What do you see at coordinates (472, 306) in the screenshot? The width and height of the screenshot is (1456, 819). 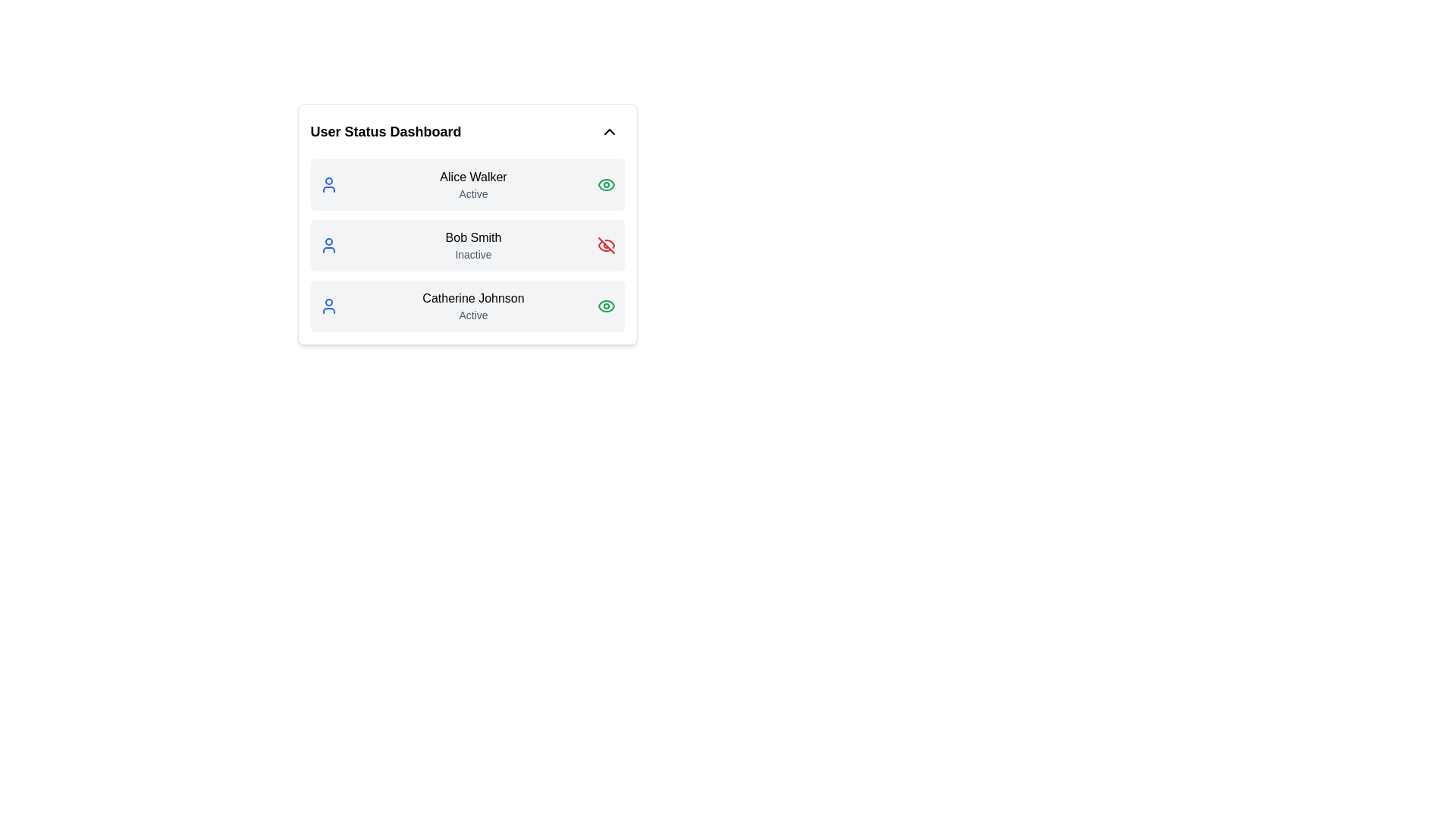 I see `the text display for 'Catherine Johnson' which shows the status 'Active' in the User Status Dashboard` at bounding box center [472, 306].